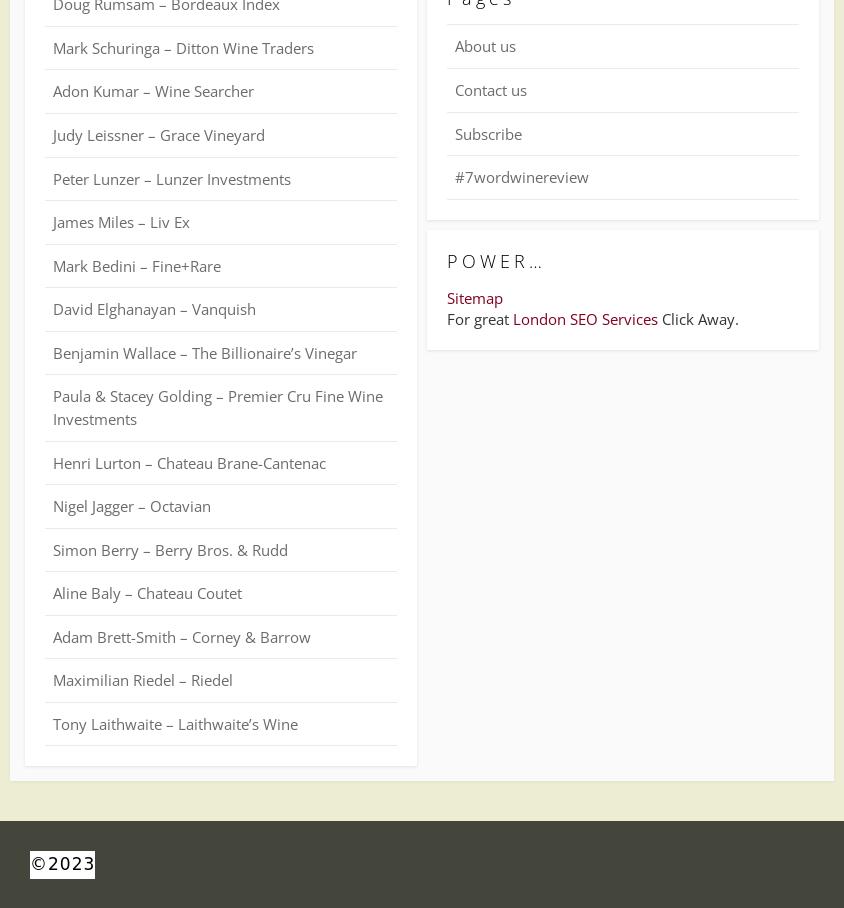  I want to click on 'Mark Schuringa – Ditton Wine Traders', so click(183, 47).